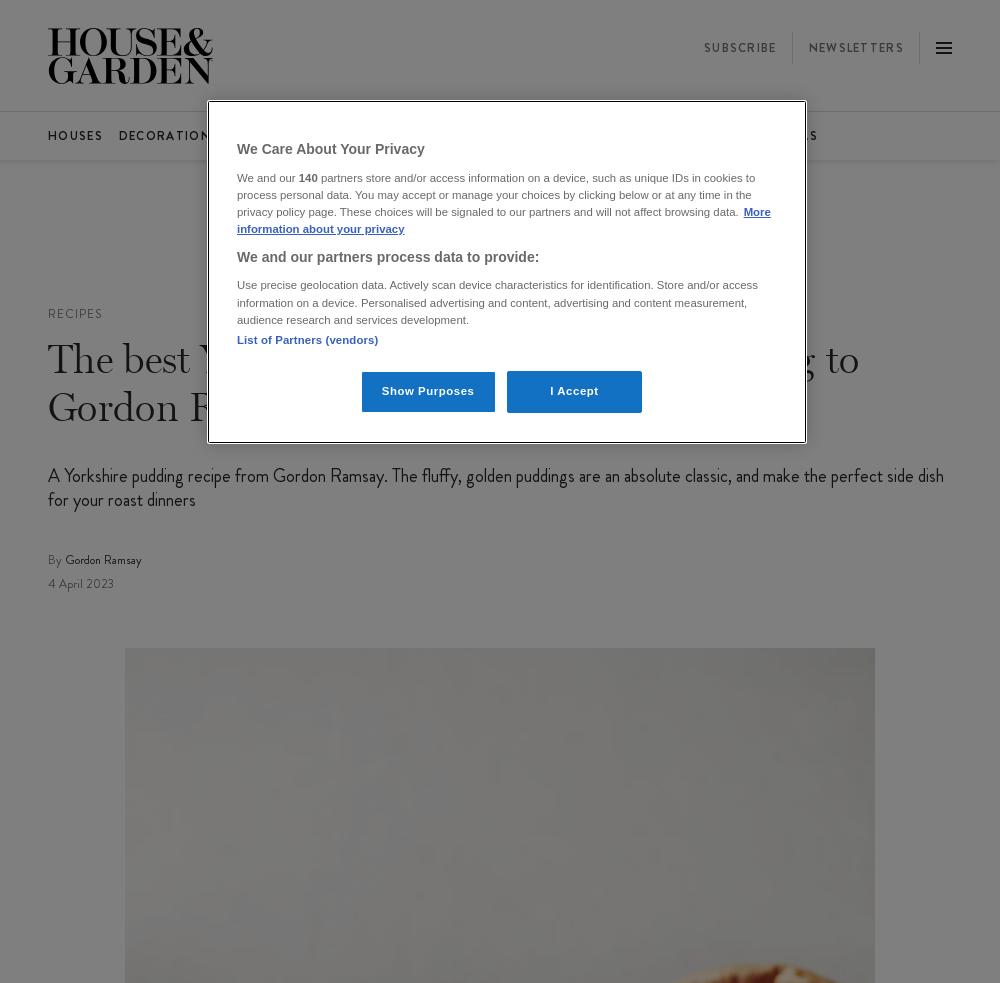 The image size is (1000, 983). What do you see at coordinates (808, 45) in the screenshot?
I see `'Newsletters'` at bounding box center [808, 45].